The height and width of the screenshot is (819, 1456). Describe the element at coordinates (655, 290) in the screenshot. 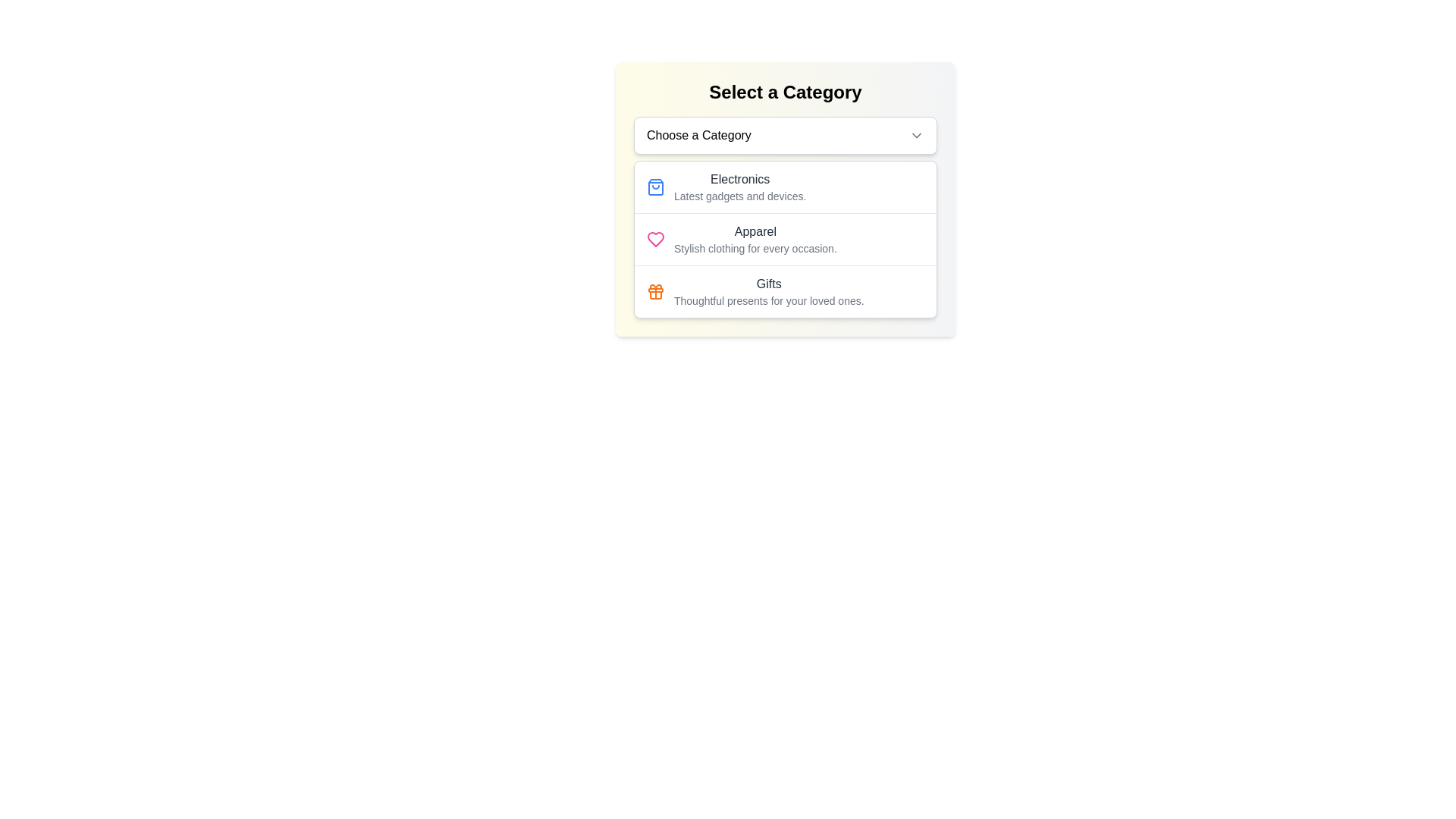

I see `the decorative graphic component that represents a ribbon around a gift box, located at the top-middle area of the gift box icon` at that location.